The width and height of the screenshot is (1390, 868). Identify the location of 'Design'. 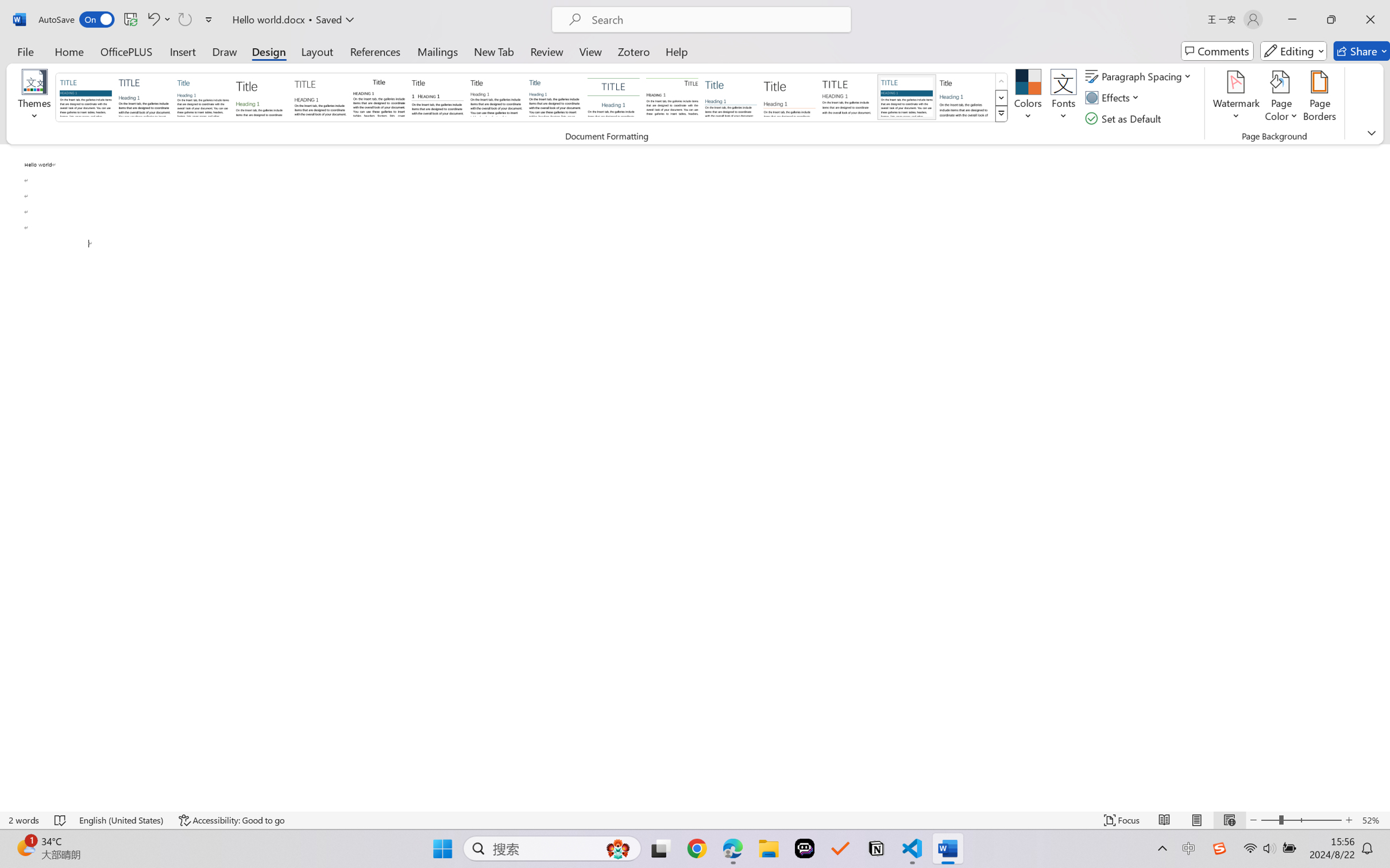
(268, 51).